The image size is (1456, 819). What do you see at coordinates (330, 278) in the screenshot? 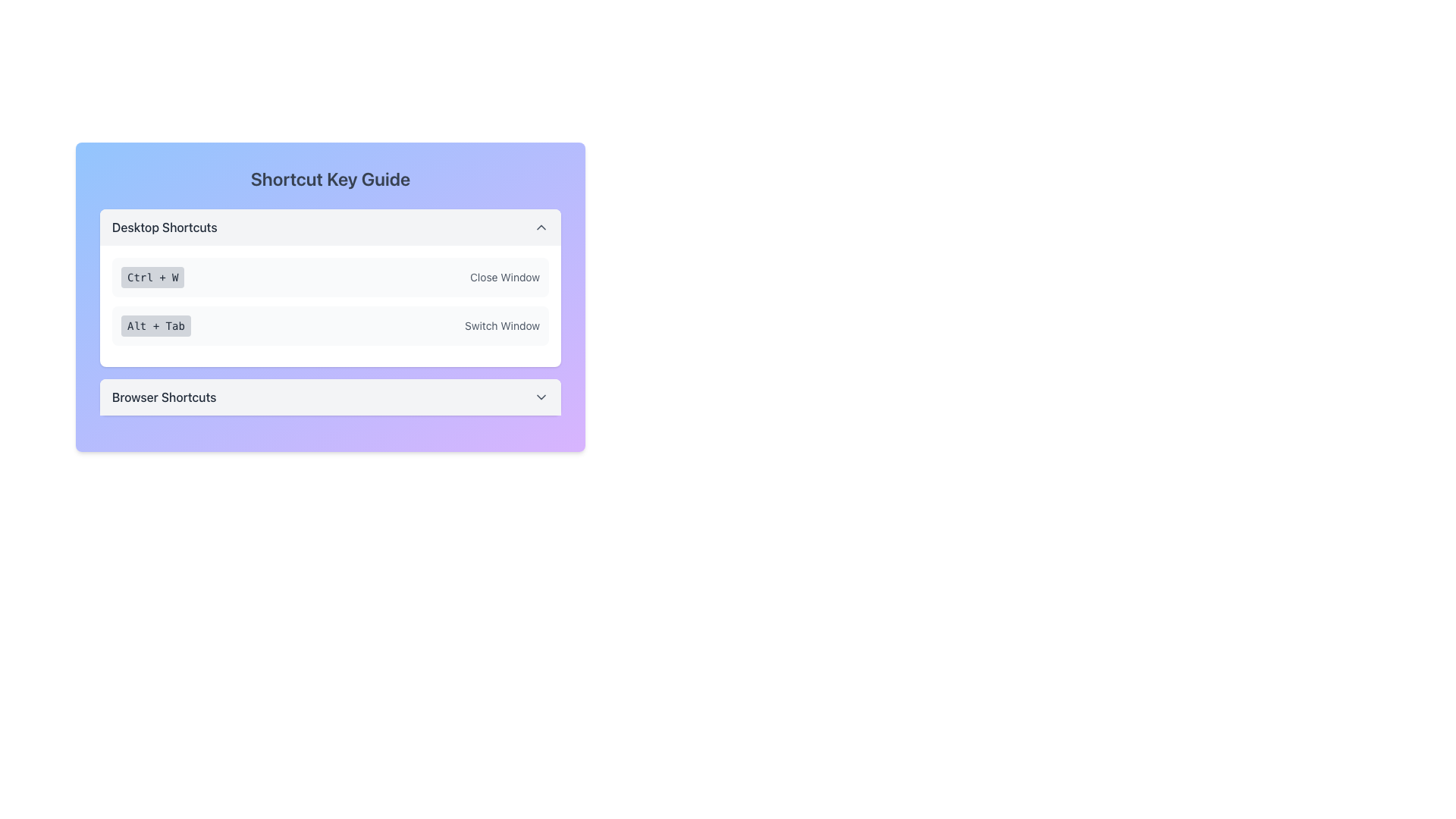
I see `the informative display item showing the keyboard shortcut 'Ctrl + W' and its description 'Close Window' located in the 'Desktop Shortcuts' section` at bounding box center [330, 278].